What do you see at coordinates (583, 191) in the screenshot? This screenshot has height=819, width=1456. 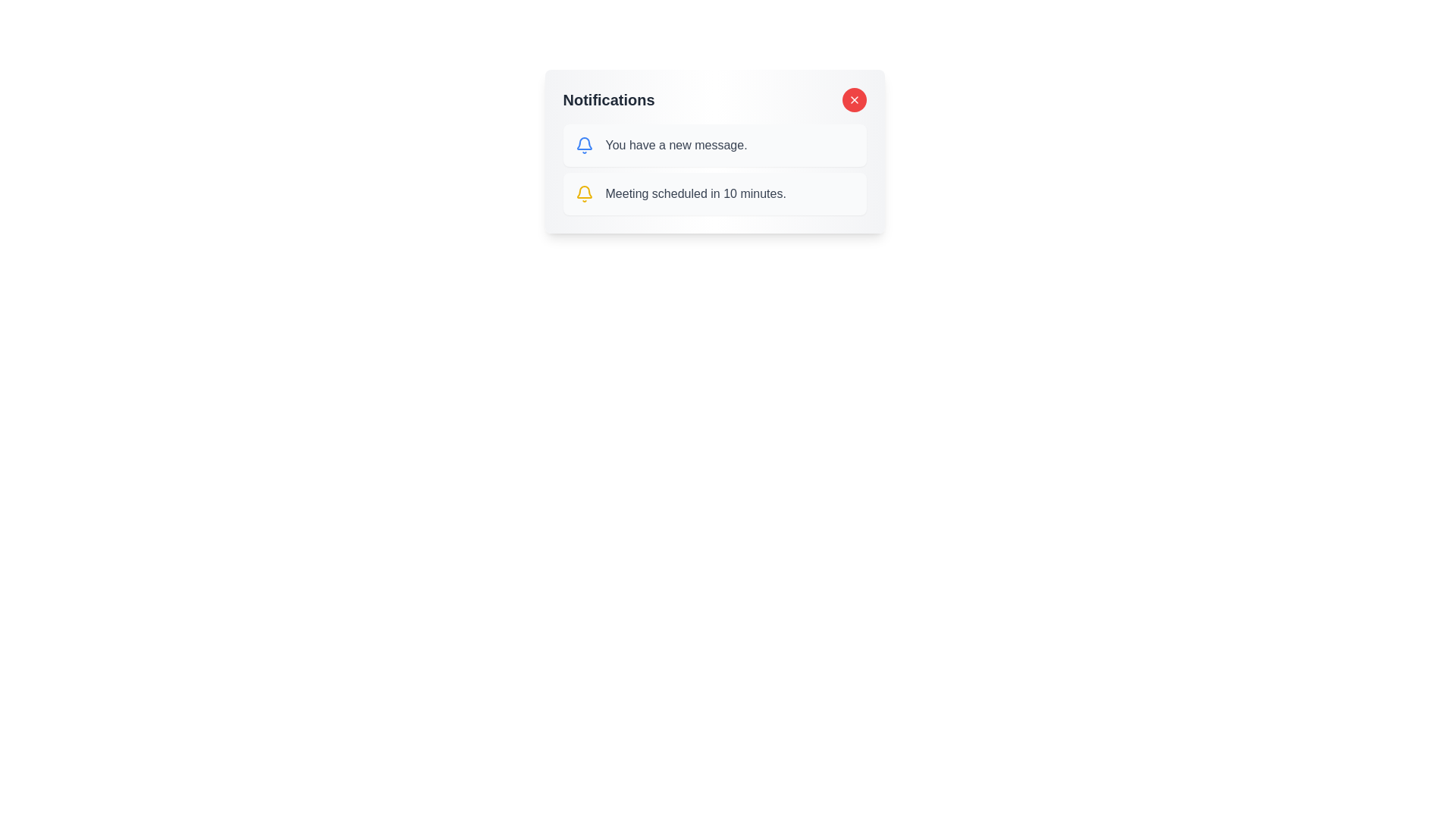 I see `the bell-shaped notification icon with a yellow border located in the notification panel to simulate interaction` at bounding box center [583, 191].